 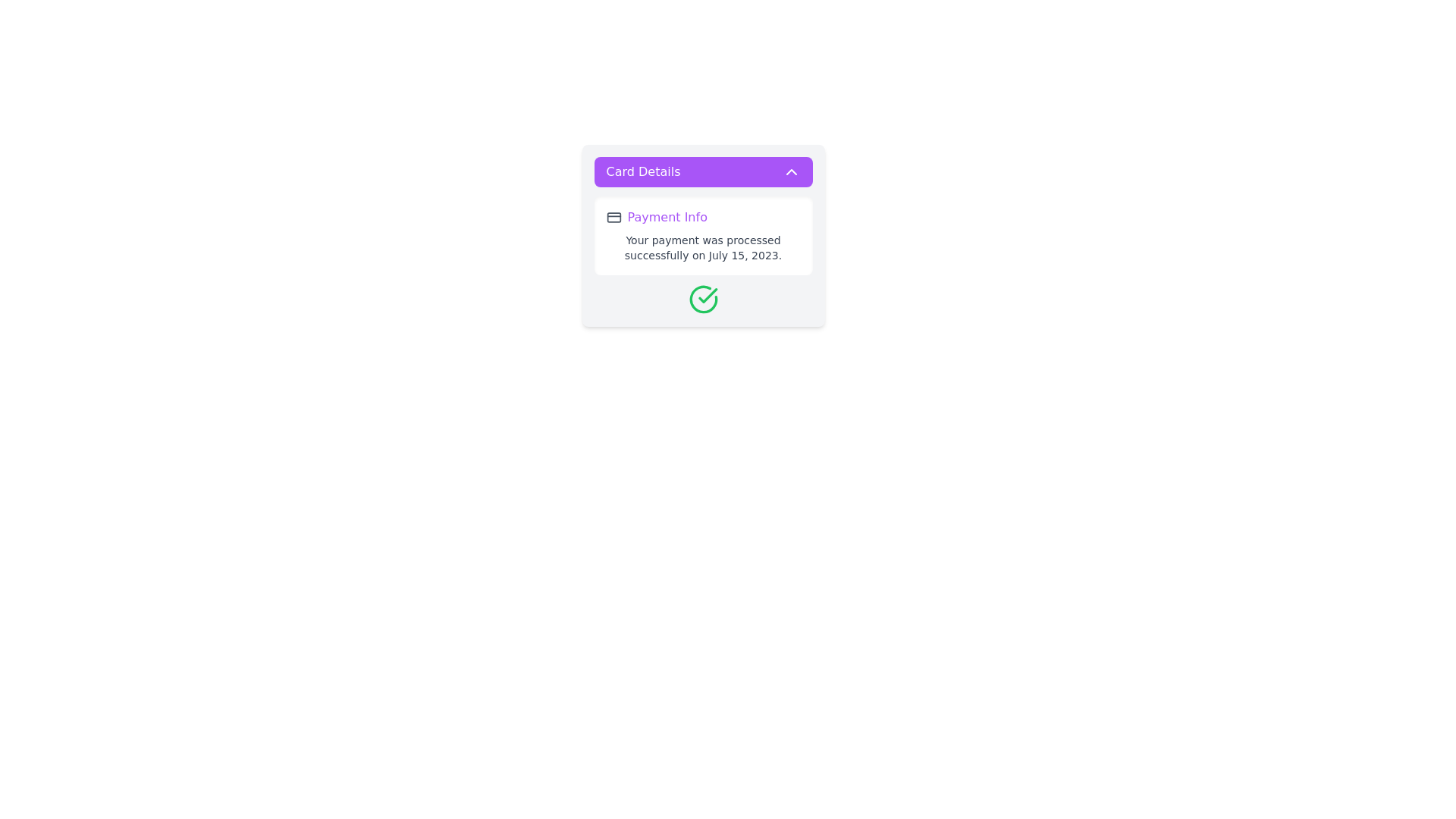 What do you see at coordinates (702, 217) in the screenshot?
I see `the credit card icon in the 'Payment Info' section, which is styled in gray and located above the 'Your payment was processed successfully on July 15, 2023.' text` at bounding box center [702, 217].